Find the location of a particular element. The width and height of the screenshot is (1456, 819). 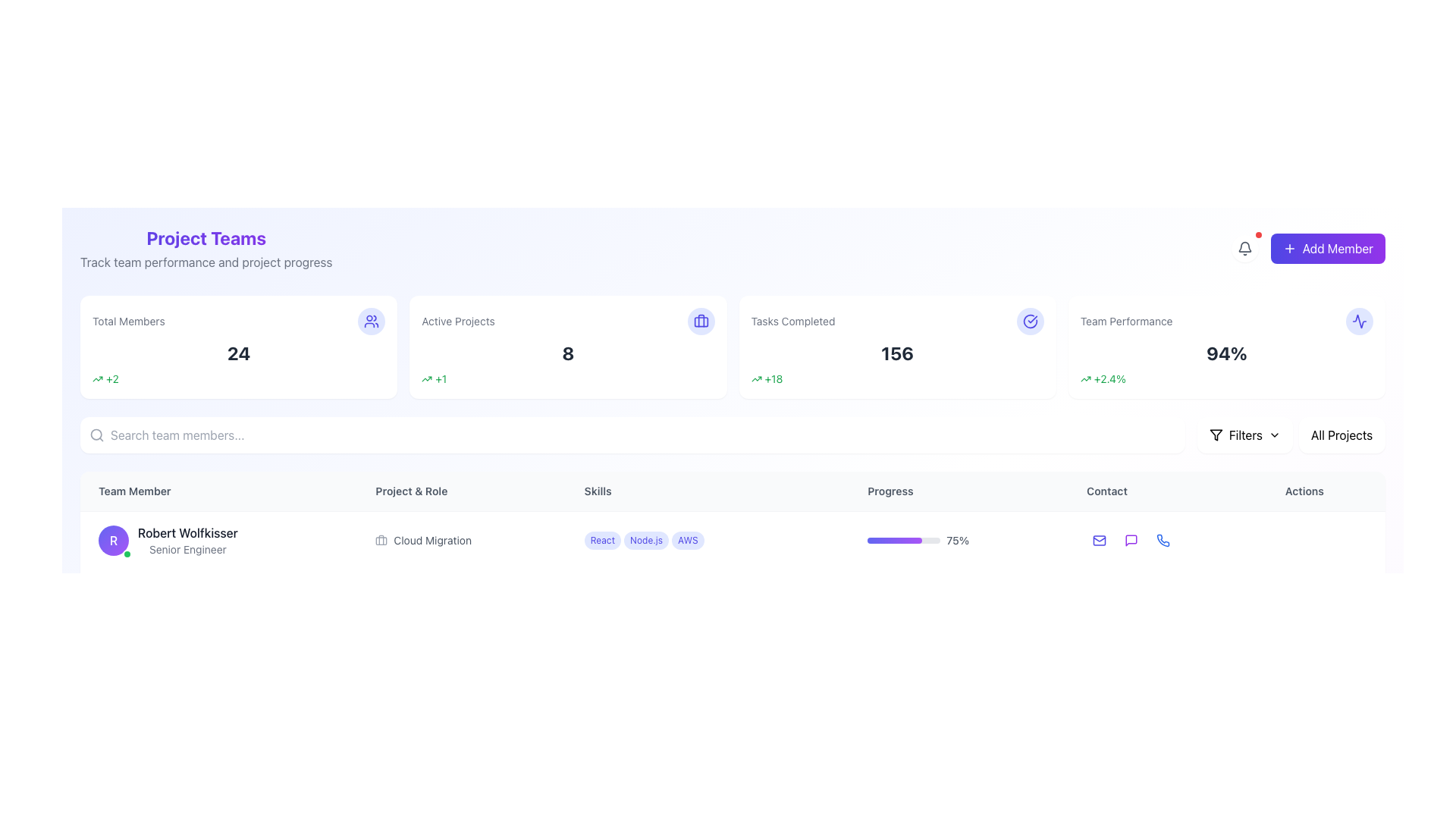

the hollow rectangular graphical component within the outlined briefcase icon located at the top-right corner of the interface is located at coordinates (700, 321).